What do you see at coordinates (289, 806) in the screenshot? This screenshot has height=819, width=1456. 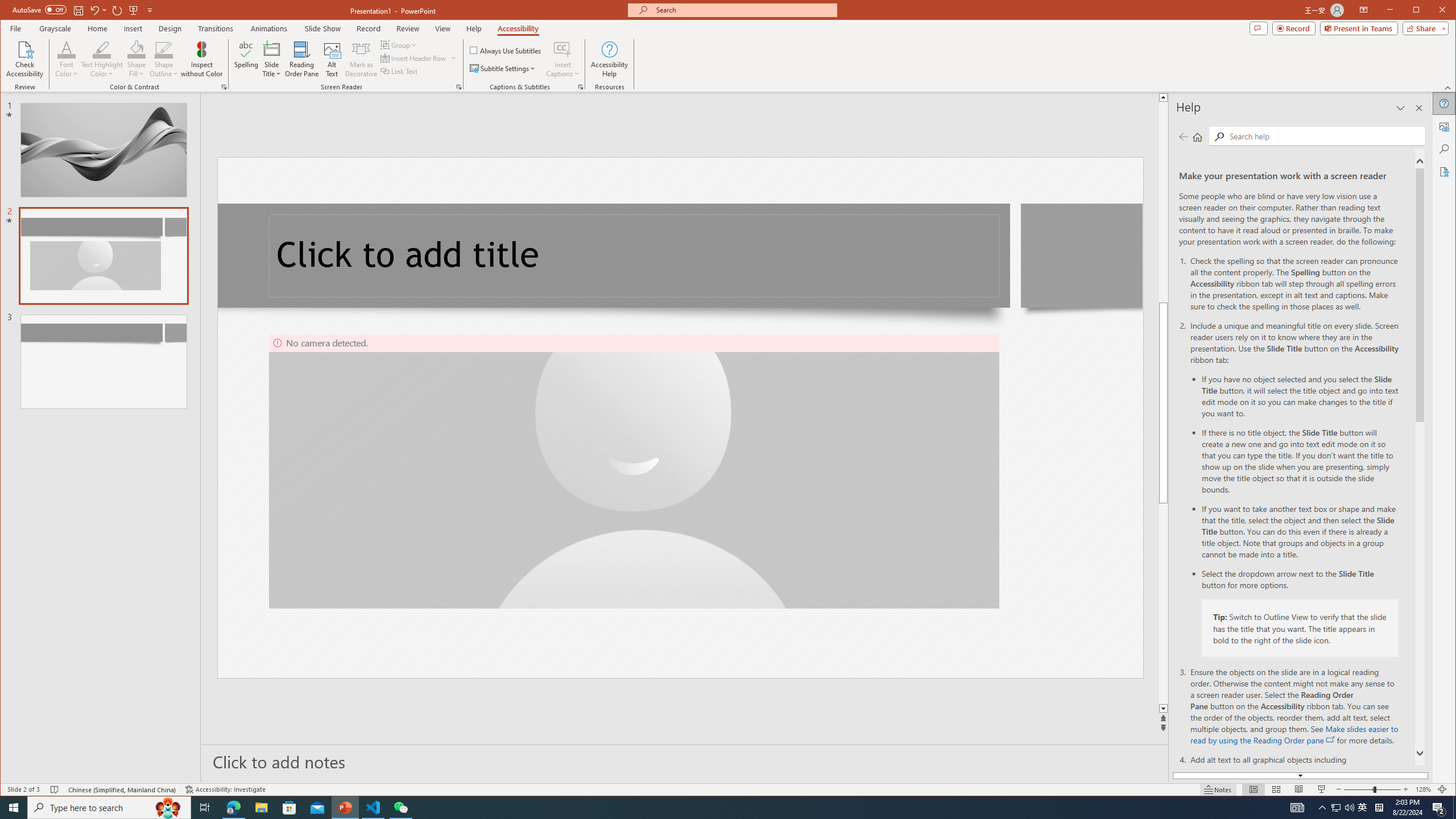 I see `'Microsoft Store'` at bounding box center [289, 806].